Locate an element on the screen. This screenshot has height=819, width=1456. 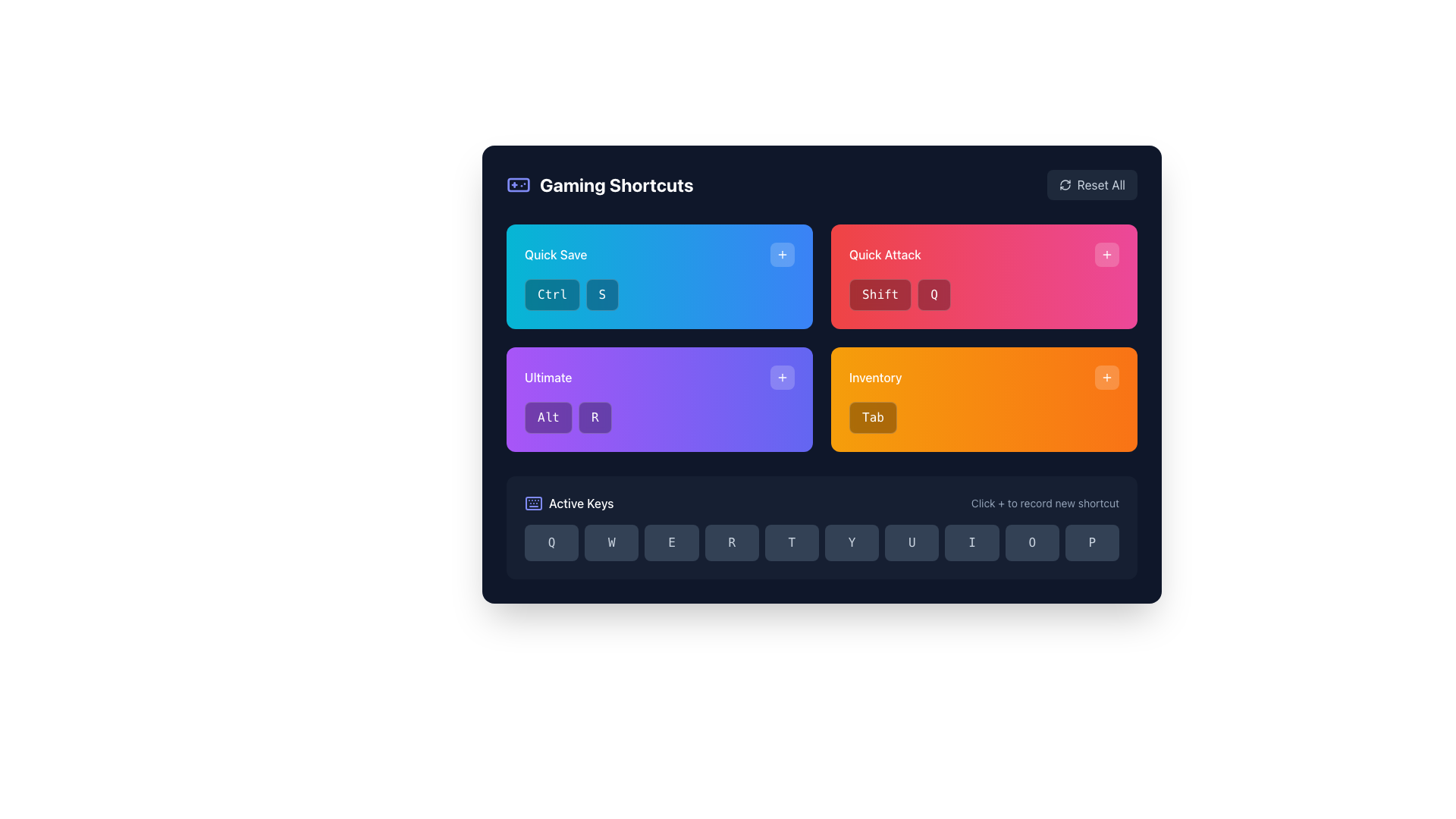
the button labeled 'Q', which is the leftmost button in a horizontal grid of buttons near the bottom of the interface is located at coordinates (551, 542).